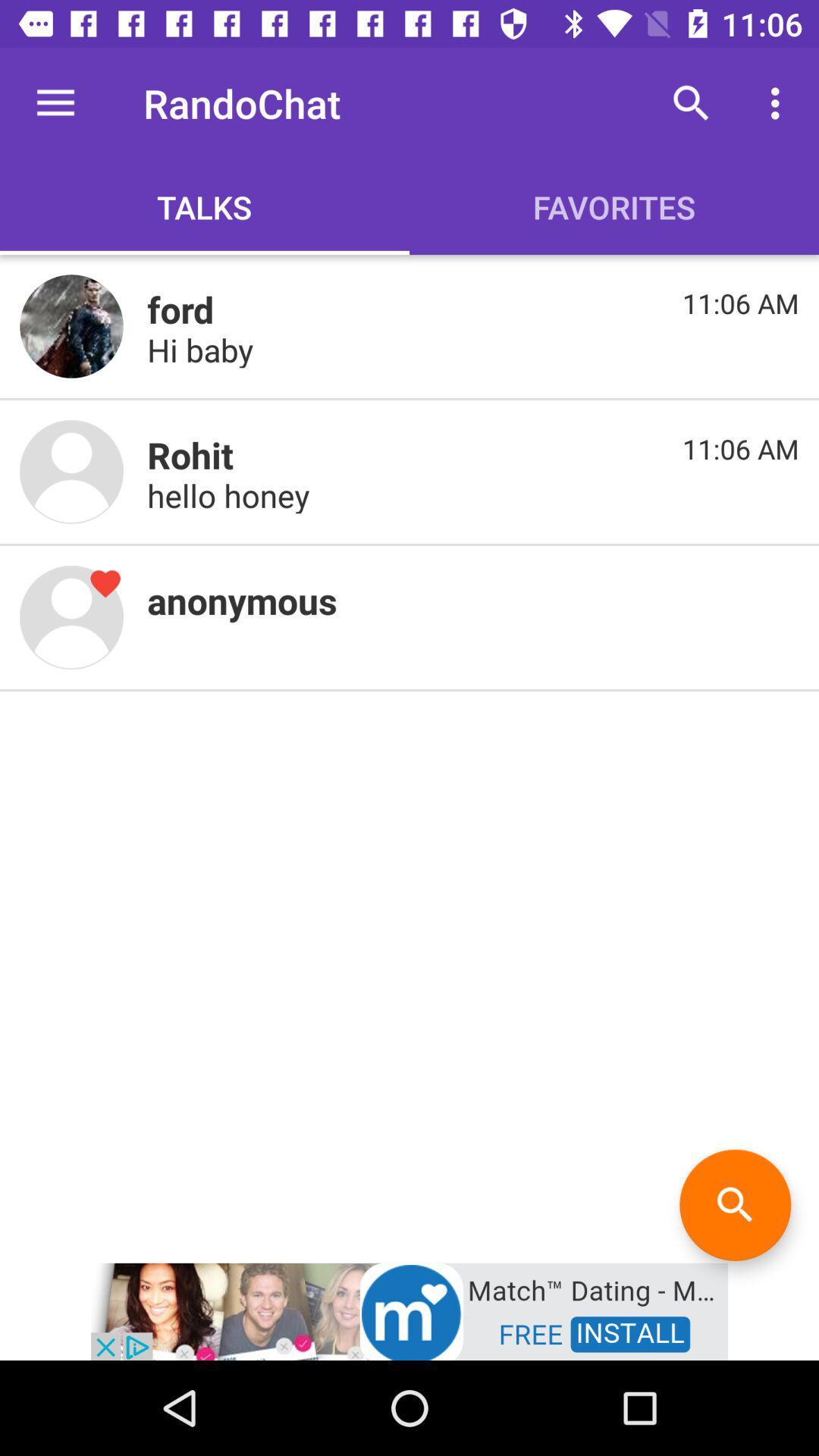 This screenshot has height=1456, width=819. Describe the element at coordinates (71, 471) in the screenshot. I see `important to know` at that location.